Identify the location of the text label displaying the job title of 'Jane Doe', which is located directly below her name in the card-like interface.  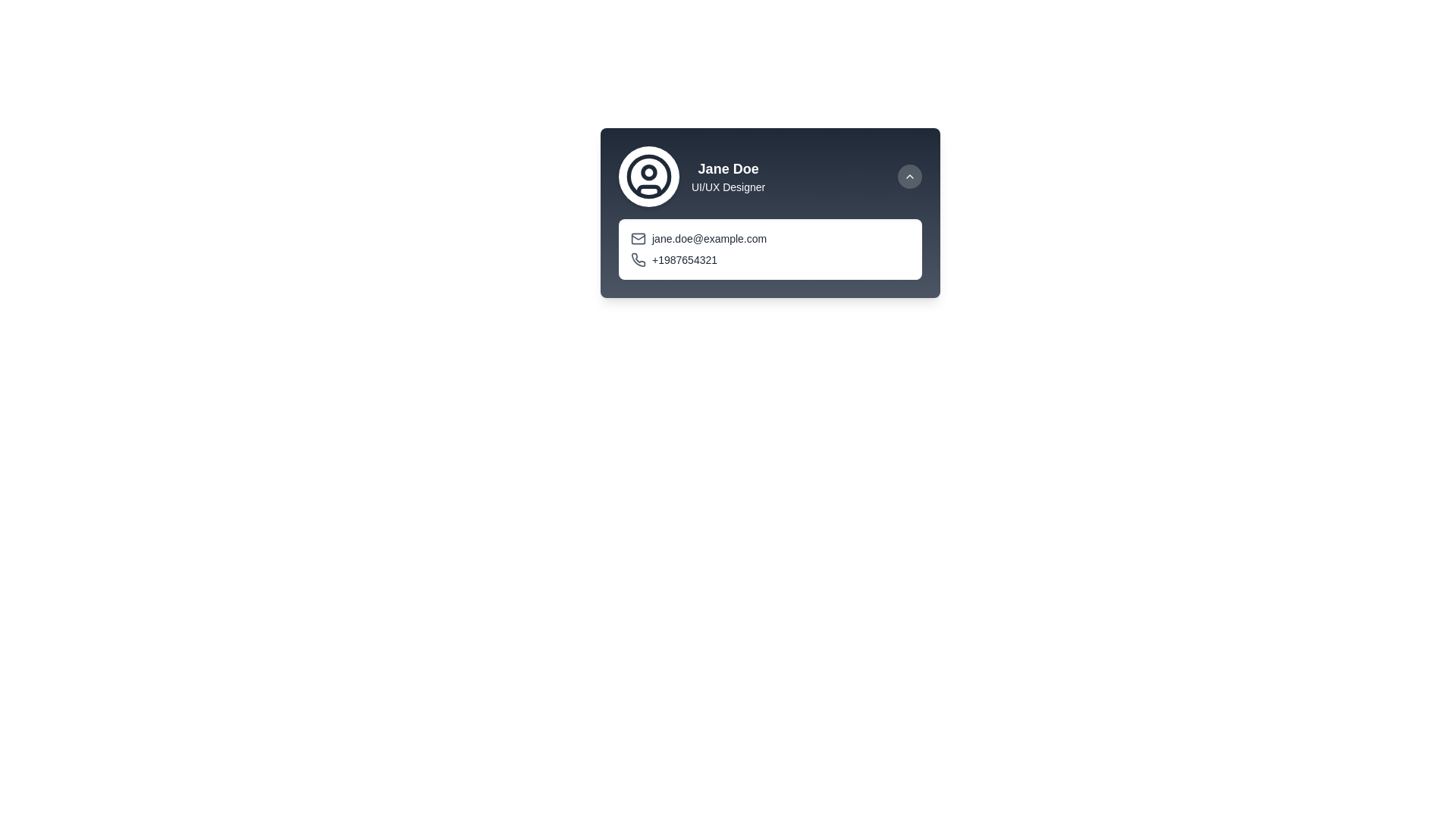
(728, 186).